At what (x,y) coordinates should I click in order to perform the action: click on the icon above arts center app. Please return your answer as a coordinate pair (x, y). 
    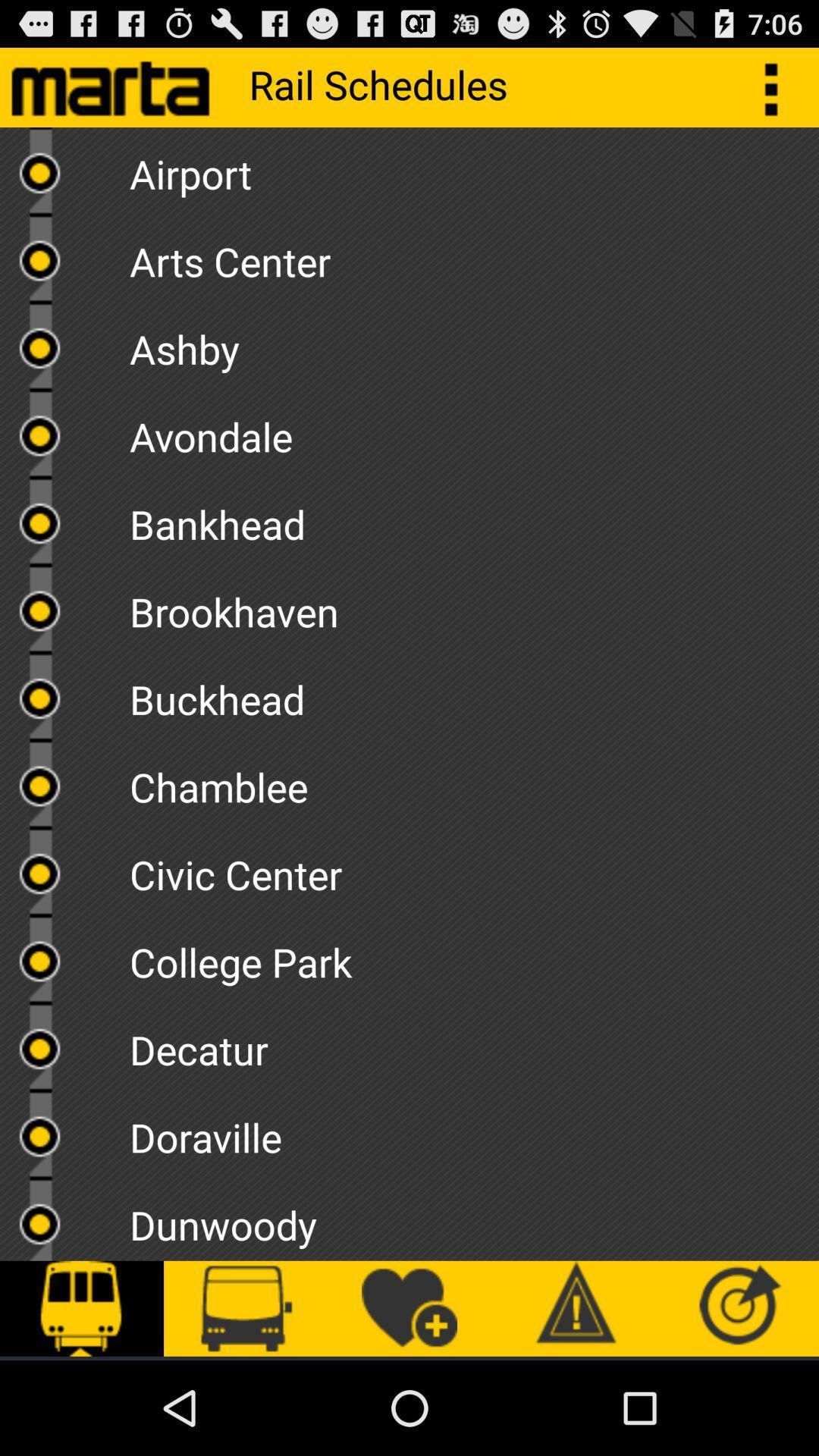
    Looking at the image, I should click on (473, 168).